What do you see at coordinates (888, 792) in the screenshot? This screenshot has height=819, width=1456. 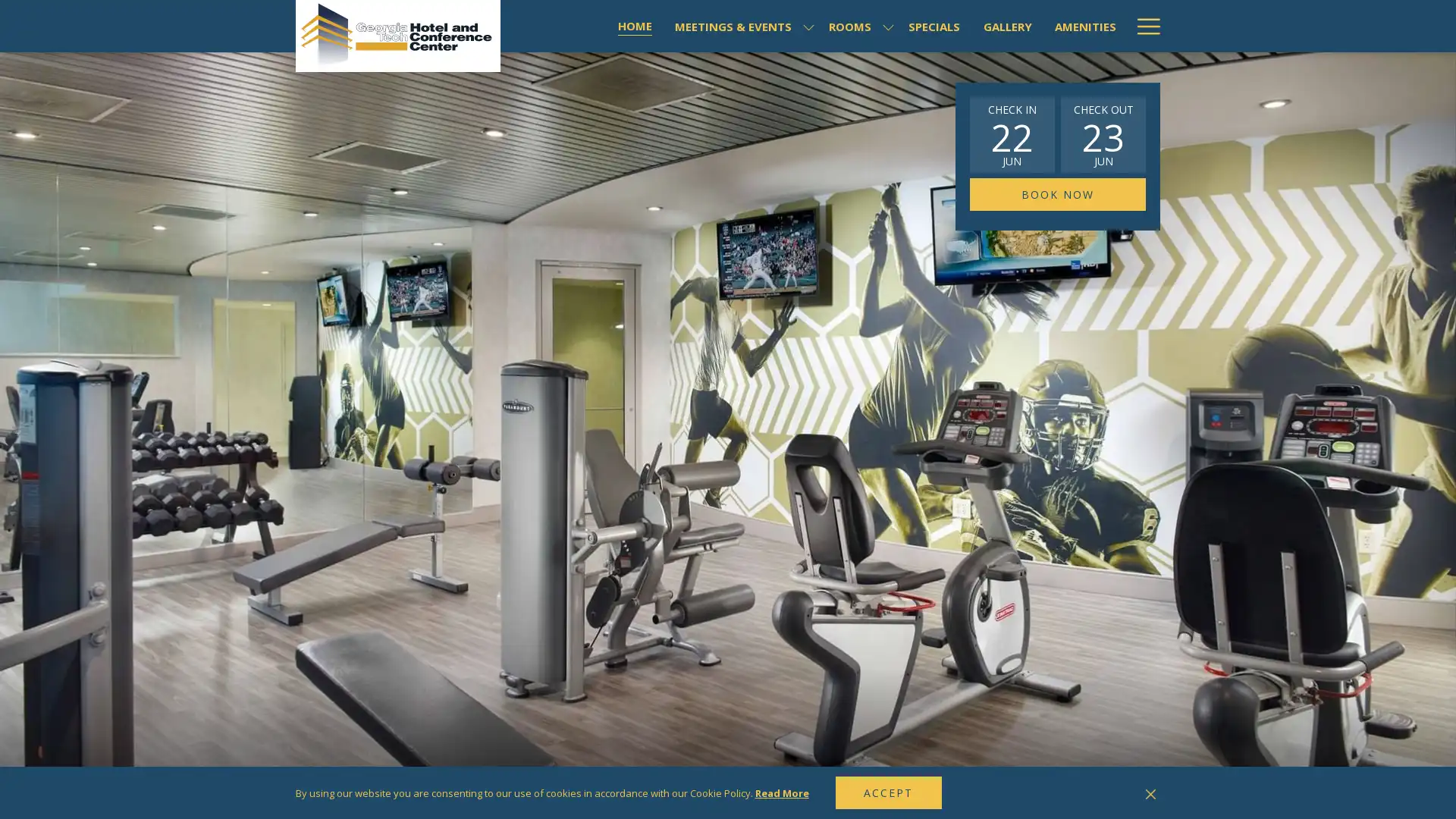 I see `ACCEPT` at bounding box center [888, 792].